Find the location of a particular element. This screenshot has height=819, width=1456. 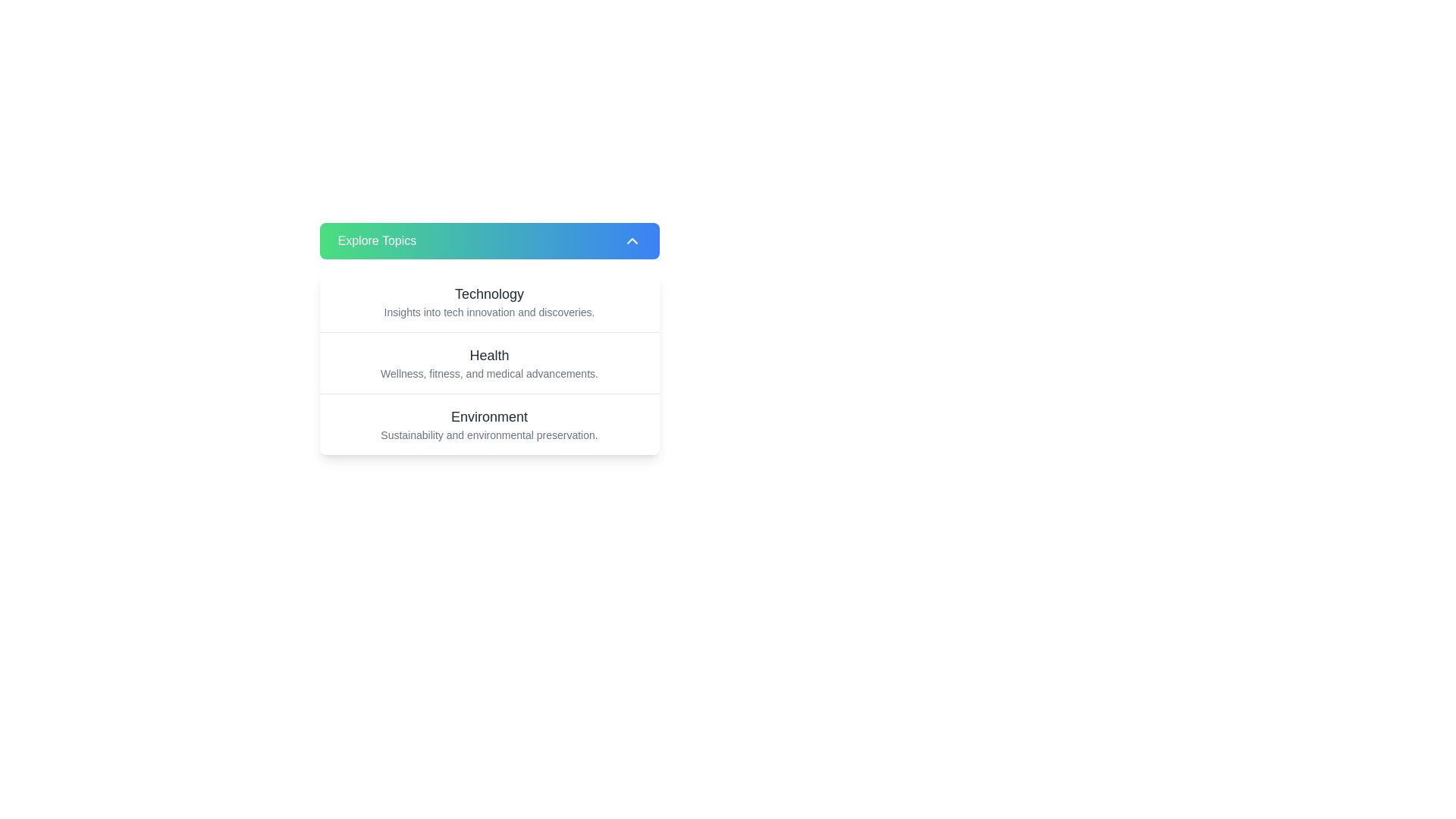

the Text Label that provides a descriptive summary related to the category 'Health', which is centered below the header text 'Health' is located at coordinates (489, 374).